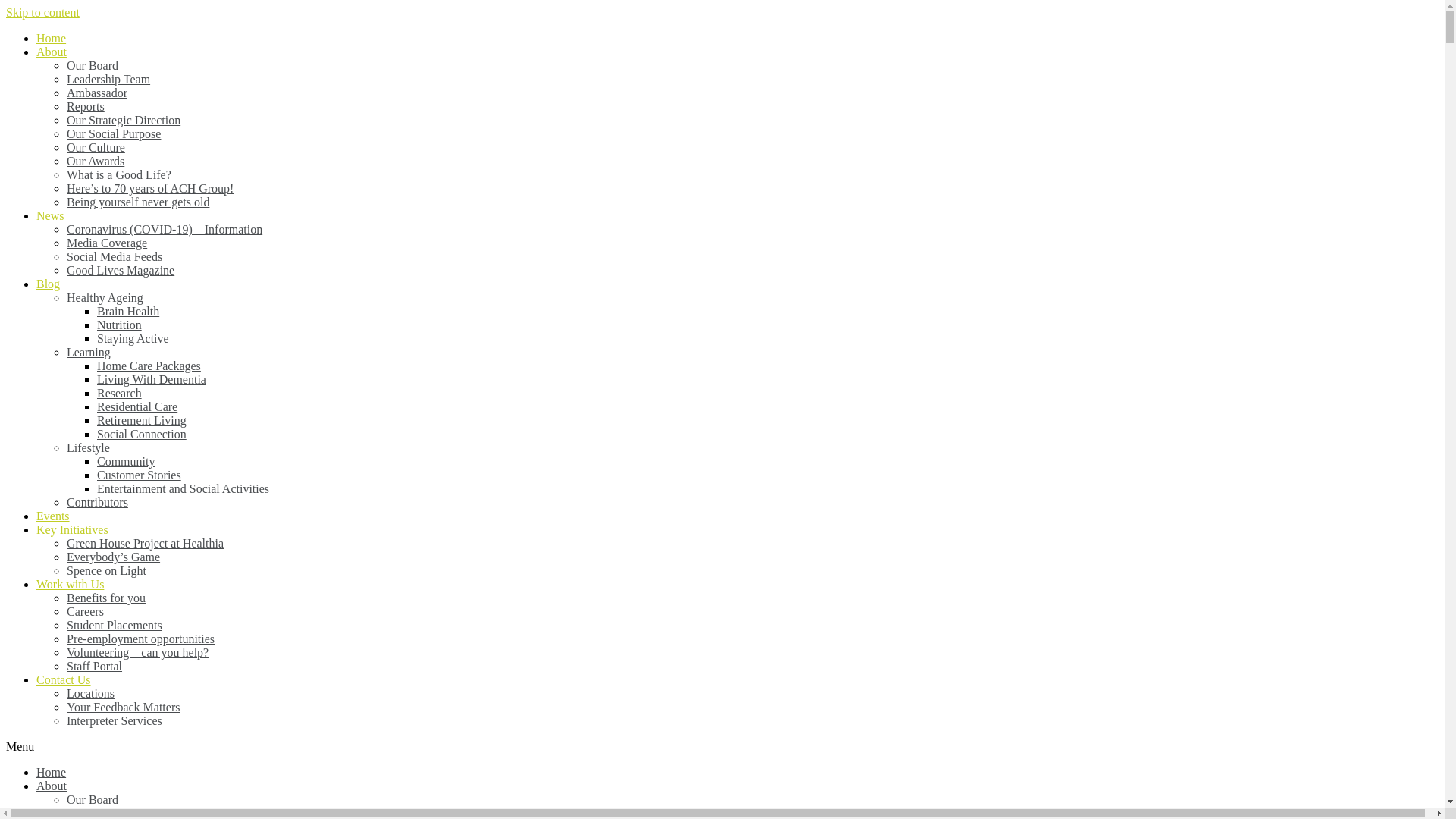 The image size is (1456, 819). Describe the element at coordinates (96, 378) in the screenshot. I see `'Living With Dementia'` at that location.